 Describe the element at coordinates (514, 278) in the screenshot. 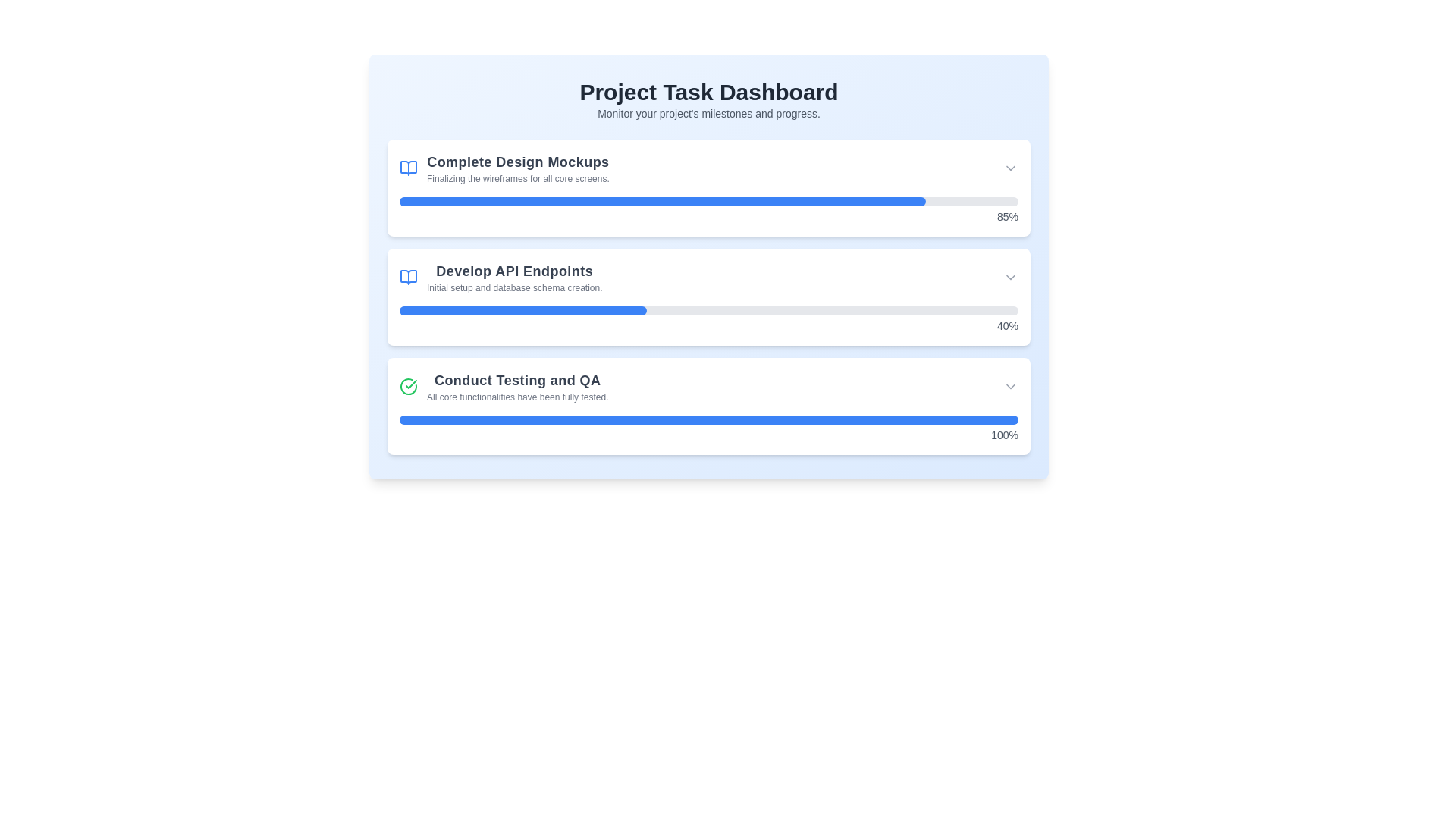

I see `the Text and description block that reads 'Develop API Endpoints', which is styled with a bold font and larger size, located within the 'Project Task Dashboard'` at that location.